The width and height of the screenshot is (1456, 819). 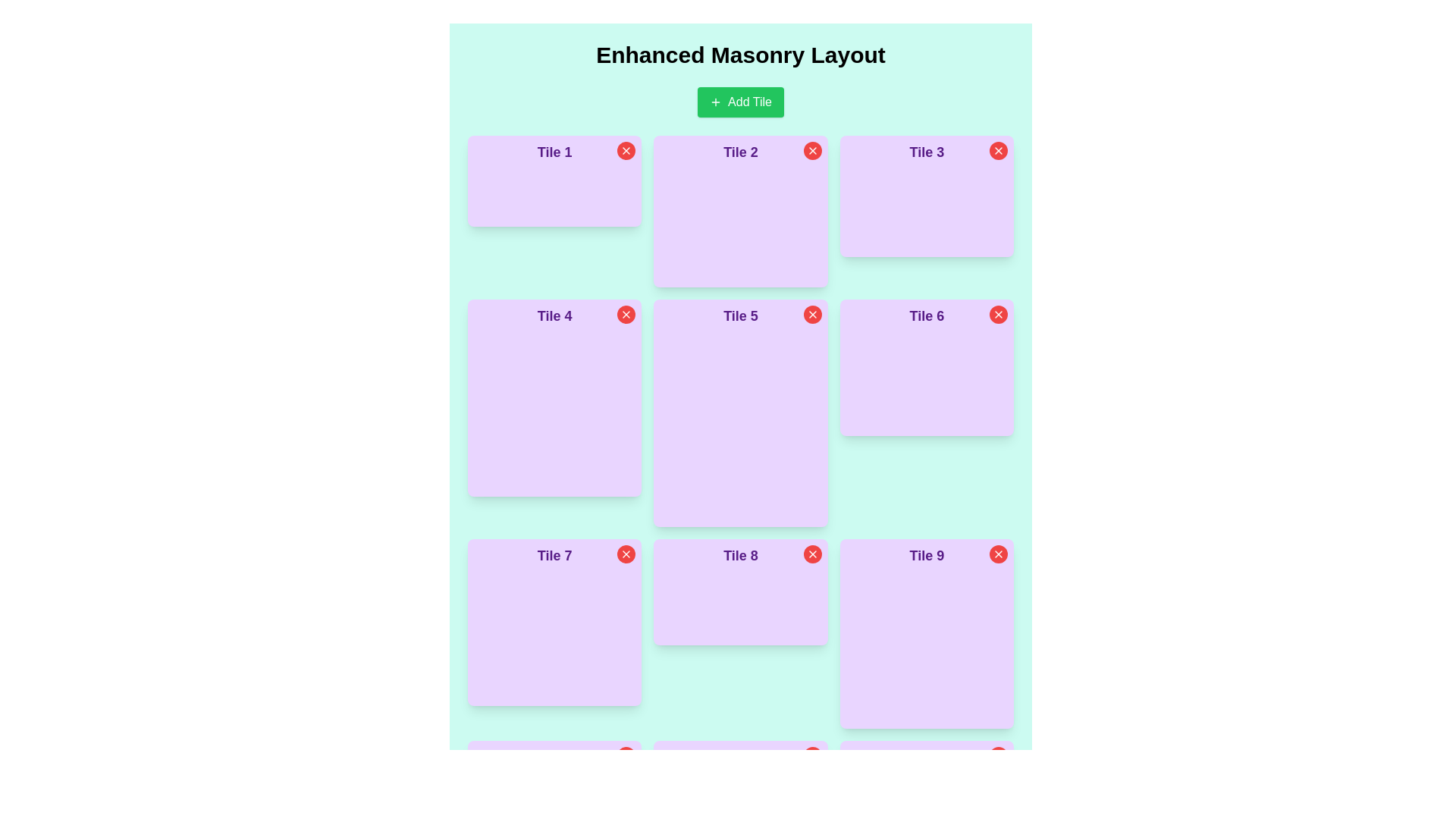 What do you see at coordinates (811, 554) in the screenshot?
I see `the small circular button with a red background and a white 'X' icon located in the top-right corner of 'Tile 8'` at bounding box center [811, 554].